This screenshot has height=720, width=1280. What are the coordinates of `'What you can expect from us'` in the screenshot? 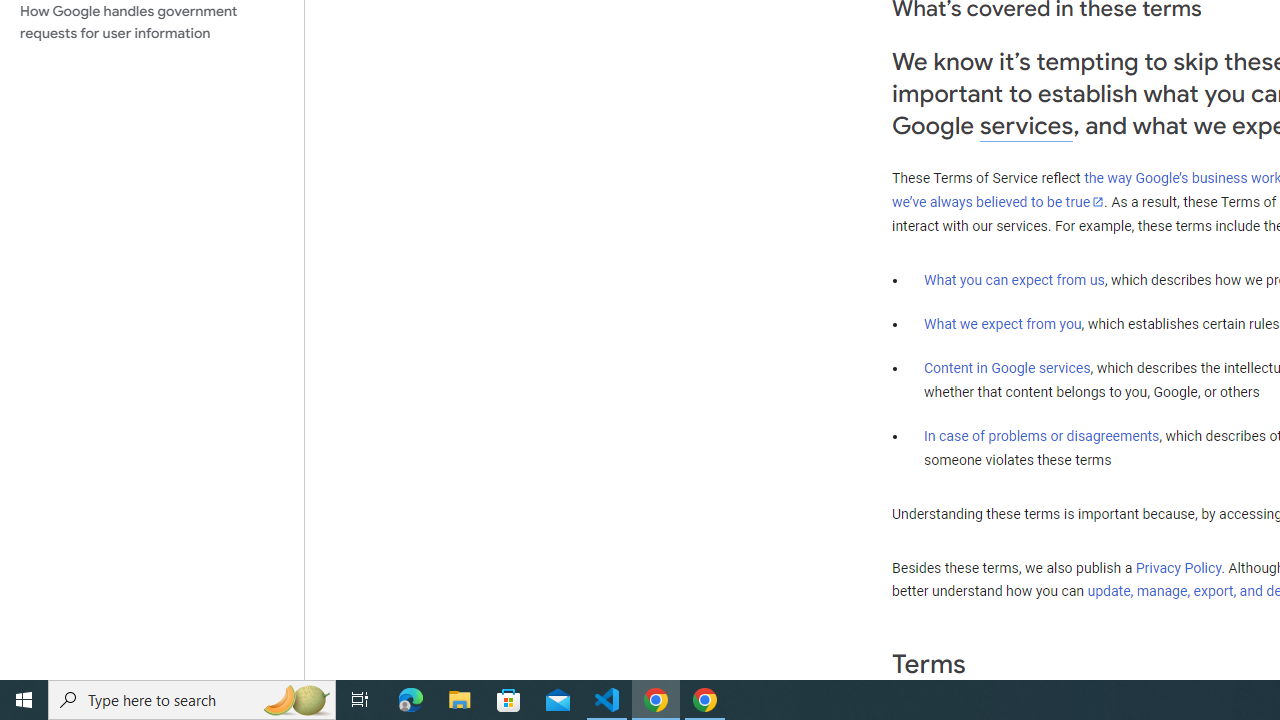 It's located at (1014, 279).